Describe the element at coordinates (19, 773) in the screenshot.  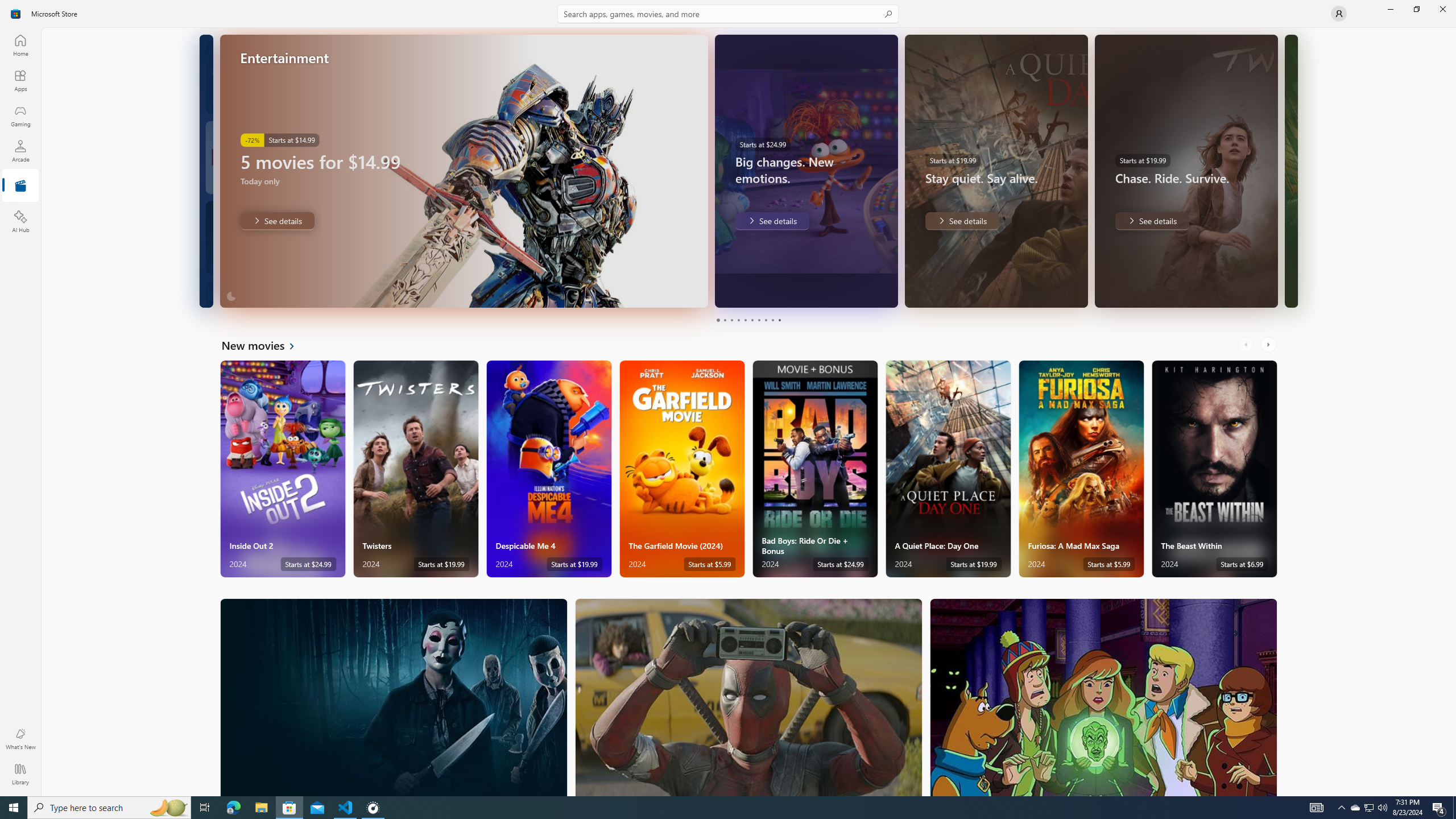
I see `'Library'` at that location.